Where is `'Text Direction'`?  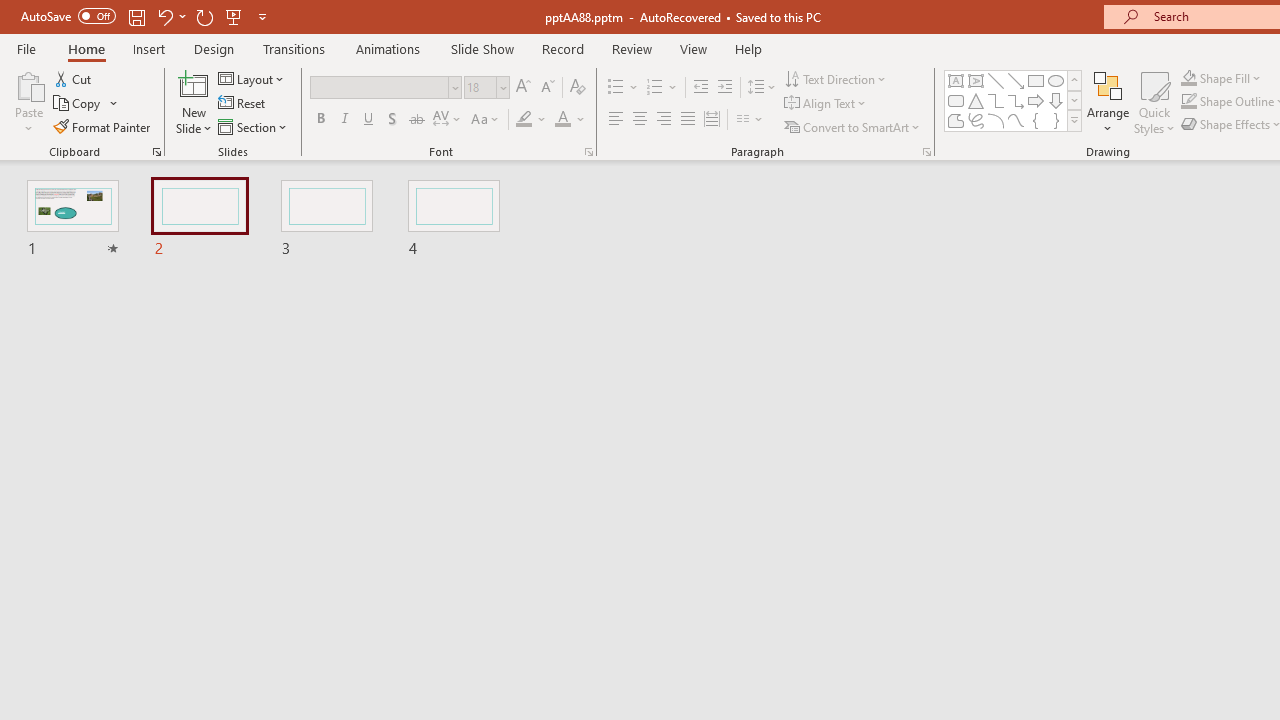
'Text Direction' is located at coordinates (837, 78).